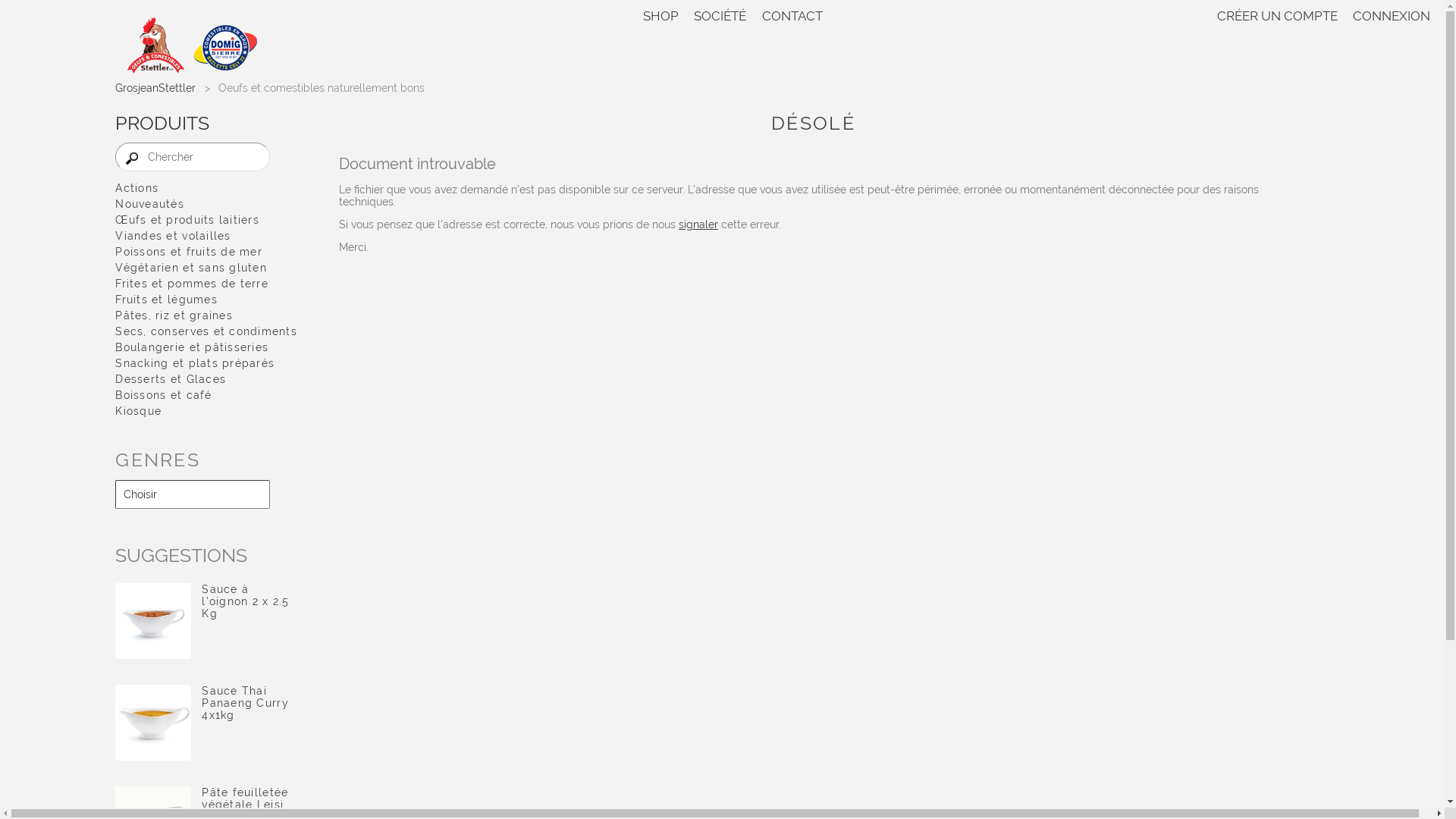 The height and width of the screenshot is (819, 1456). Describe the element at coordinates (664, 15) in the screenshot. I see `'SHOP'` at that location.